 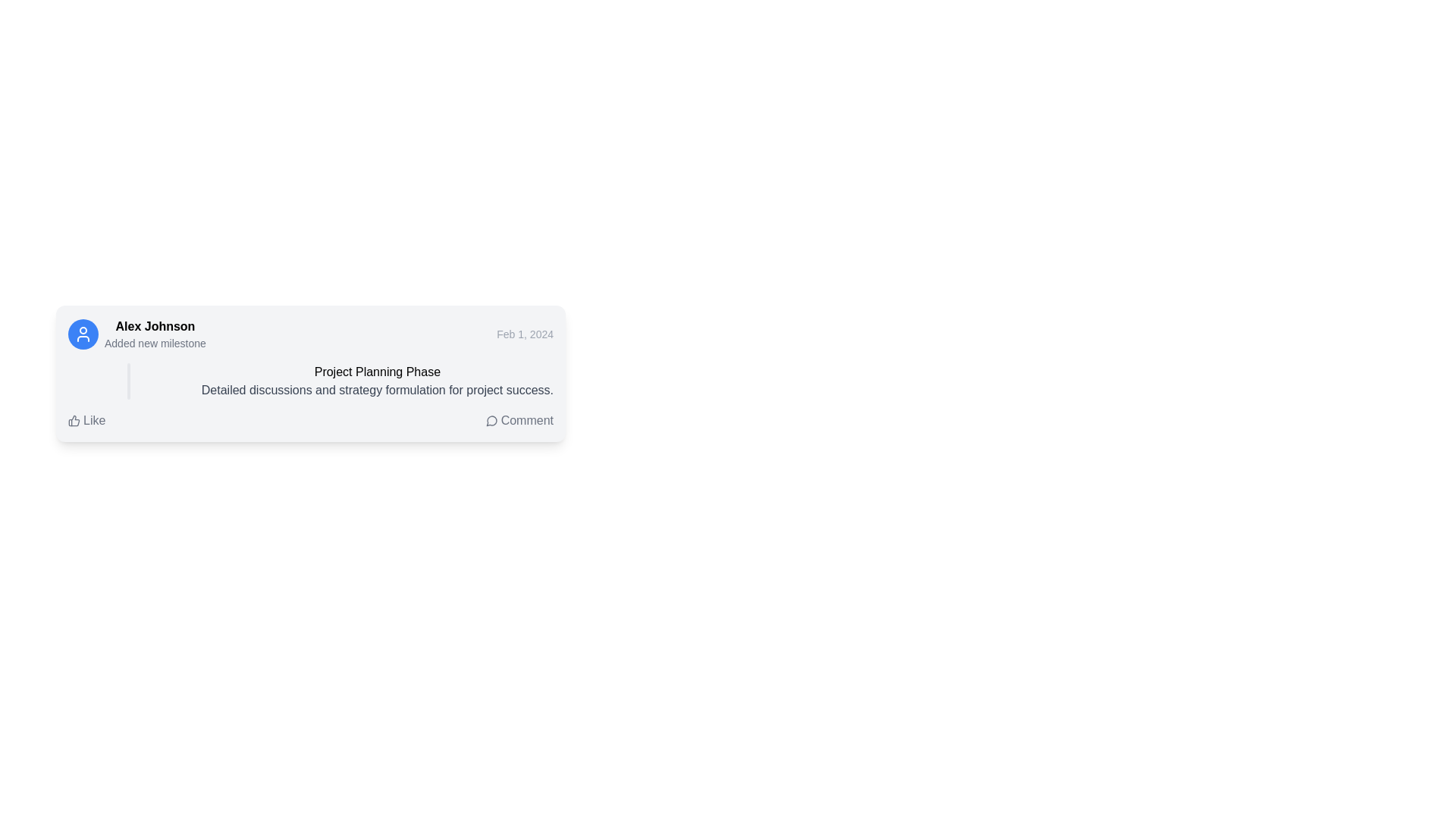 I want to click on the Text Label element displaying 'Added new milestone', which is styled in a smaller font with a subtle gray color, located below the bold user name 'Alex Johnson', so click(x=155, y=343).